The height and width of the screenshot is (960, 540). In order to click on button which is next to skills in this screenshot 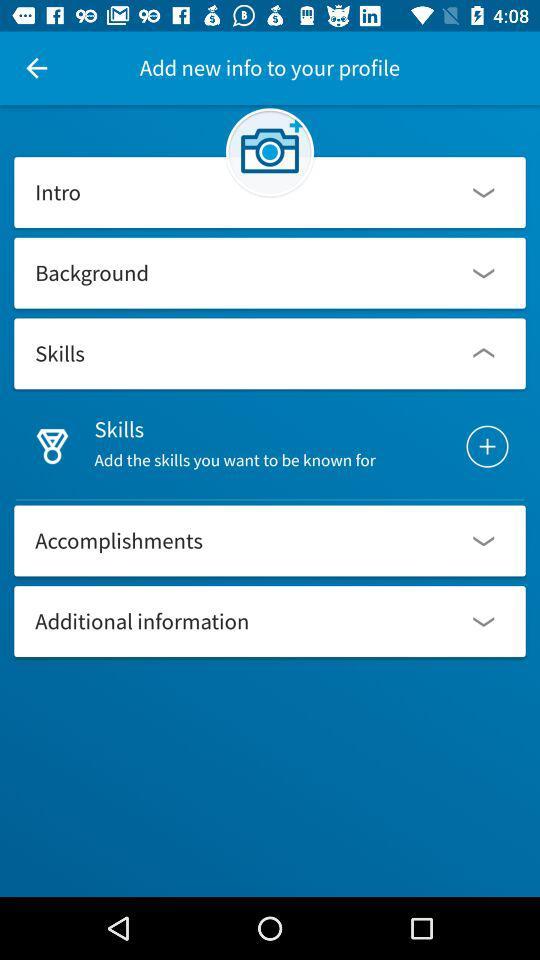, I will do `click(486, 446)`.